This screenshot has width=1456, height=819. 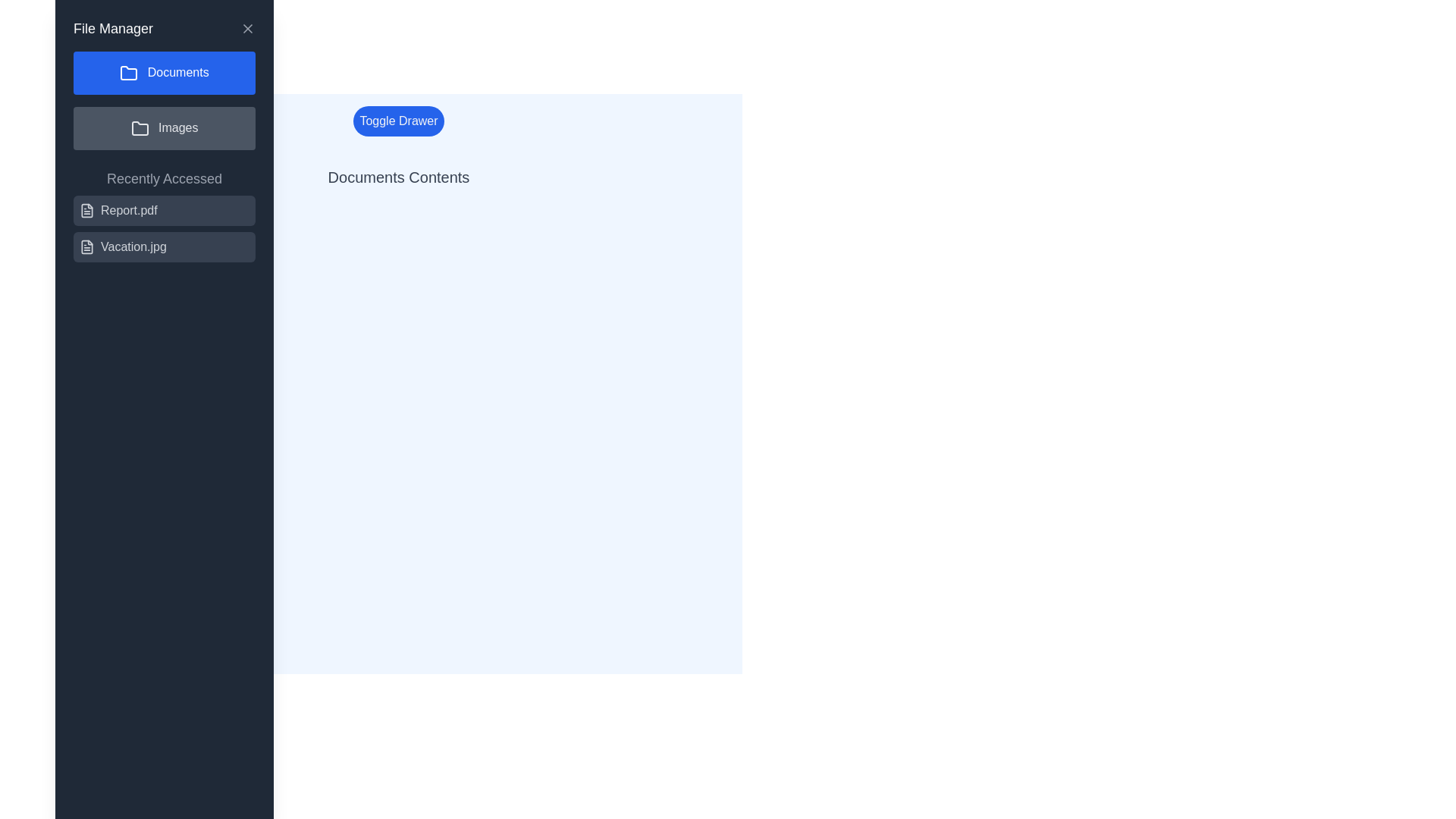 What do you see at coordinates (140, 127) in the screenshot?
I see `the 'Images' icon in the left sidebar of the file manager, which is located below the 'Documents' section and above the 'Recently Accessed' files section` at bounding box center [140, 127].